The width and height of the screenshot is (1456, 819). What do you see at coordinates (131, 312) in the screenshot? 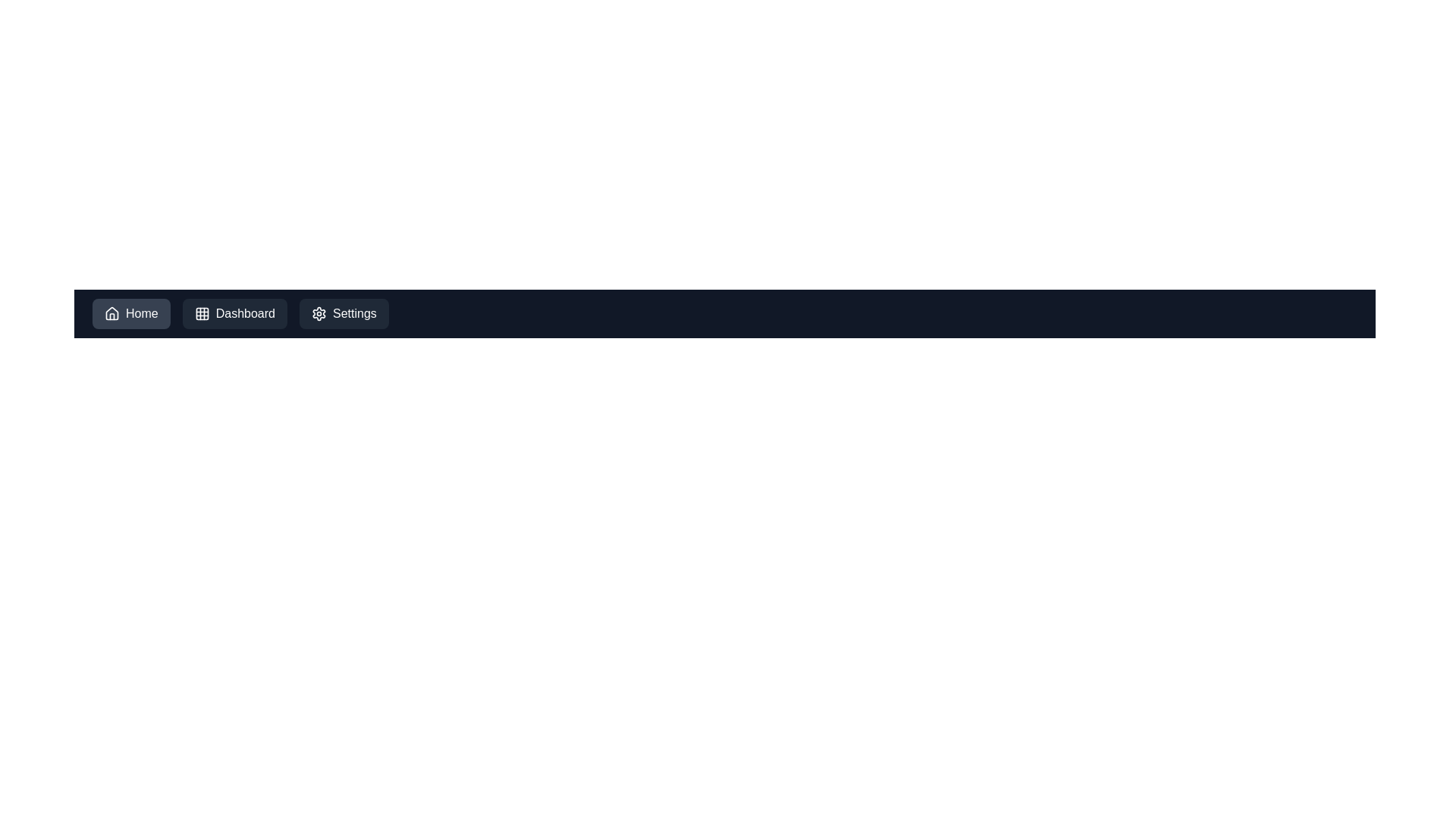
I see `the leftmost navigation button in the horizontal menu bar` at bounding box center [131, 312].